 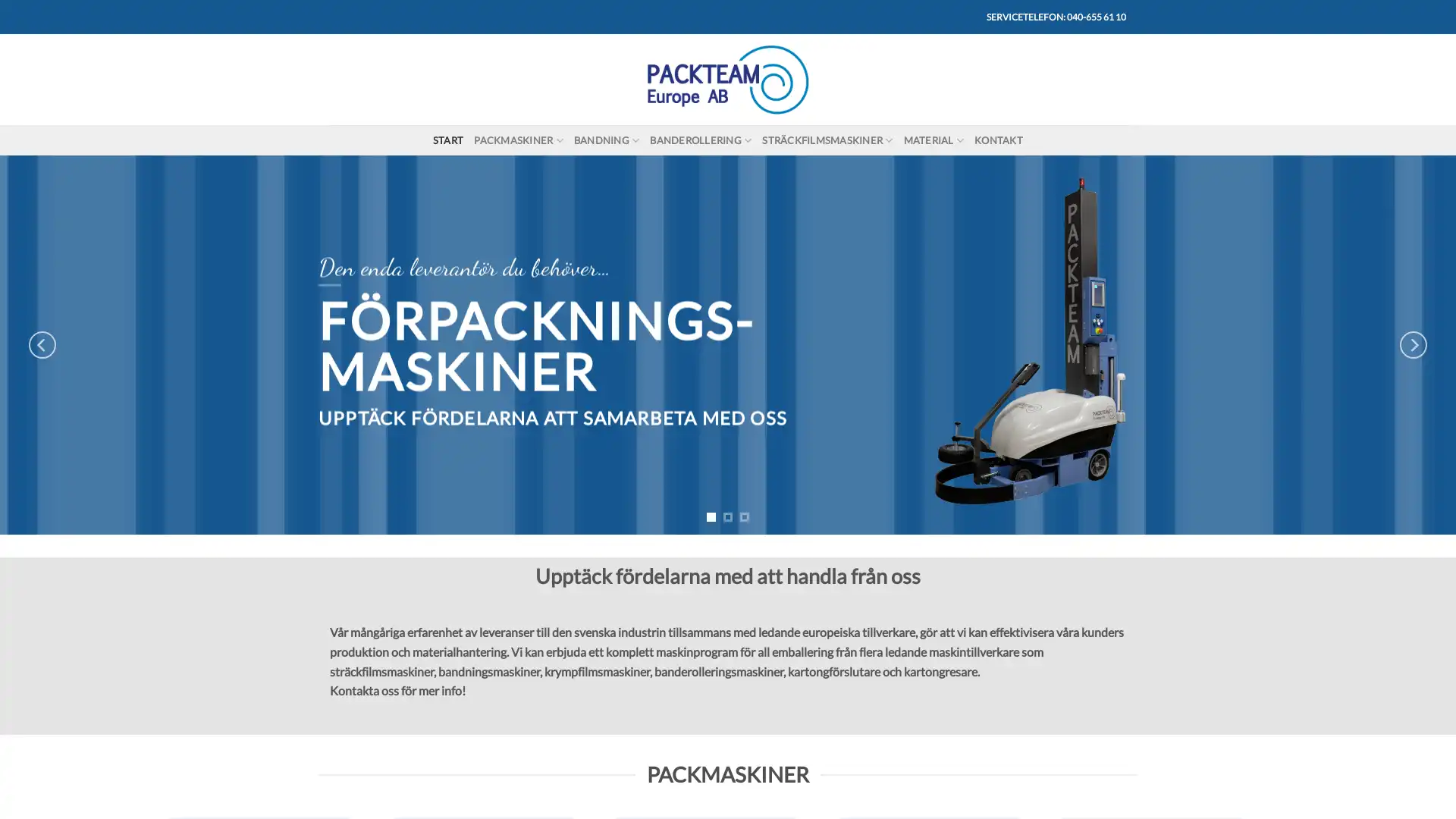 What do you see at coordinates (1411, 345) in the screenshot?
I see `Next` at bounding box center [1411, 345].